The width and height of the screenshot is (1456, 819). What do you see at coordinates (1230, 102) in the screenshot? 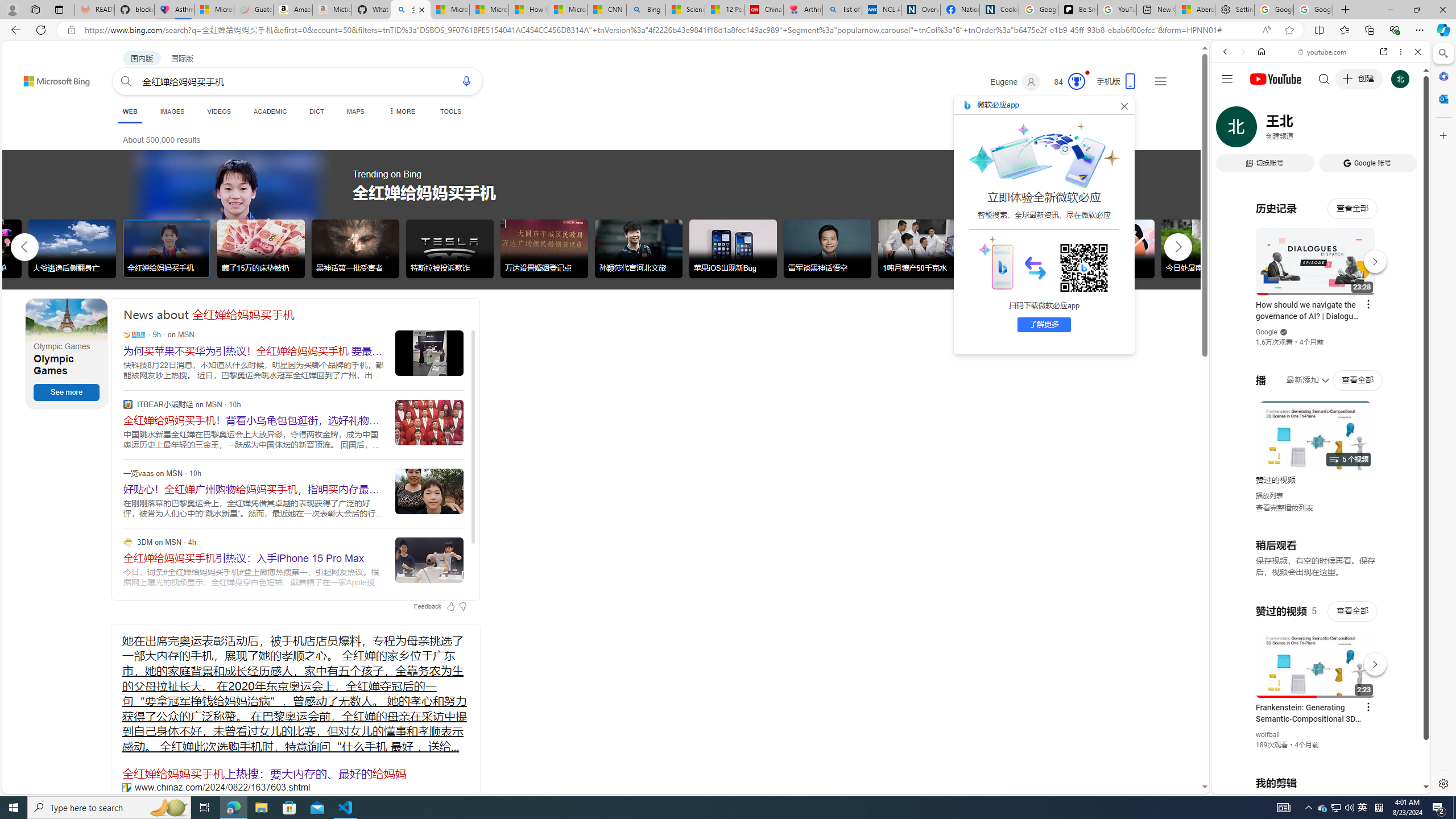
I see `'Web scope'` at bounding box center [1230, 102].